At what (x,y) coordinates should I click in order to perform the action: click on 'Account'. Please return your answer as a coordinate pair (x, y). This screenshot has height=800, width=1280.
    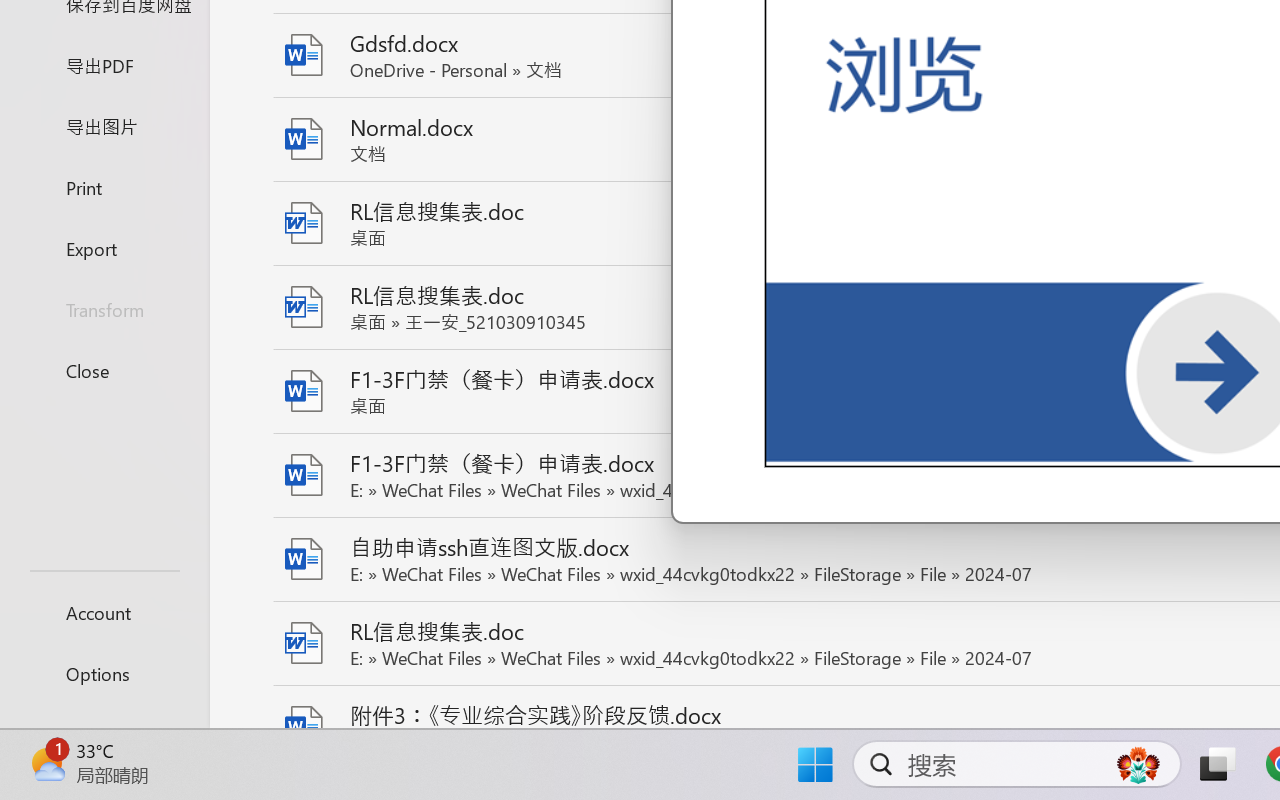
    Looking at the image, I should click on (103, 612).